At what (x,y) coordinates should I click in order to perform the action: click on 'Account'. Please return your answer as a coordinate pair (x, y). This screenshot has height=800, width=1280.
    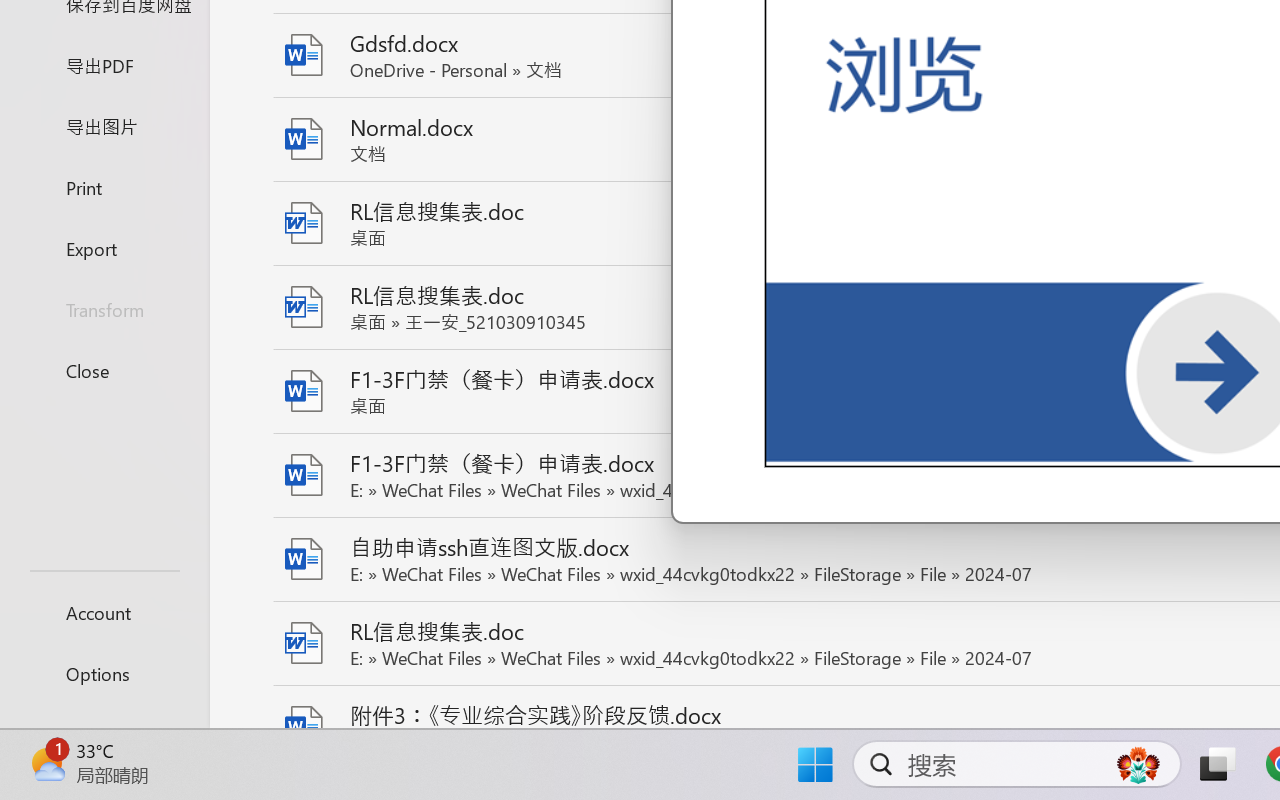
    Looking at the image, I should click on (103, 612).